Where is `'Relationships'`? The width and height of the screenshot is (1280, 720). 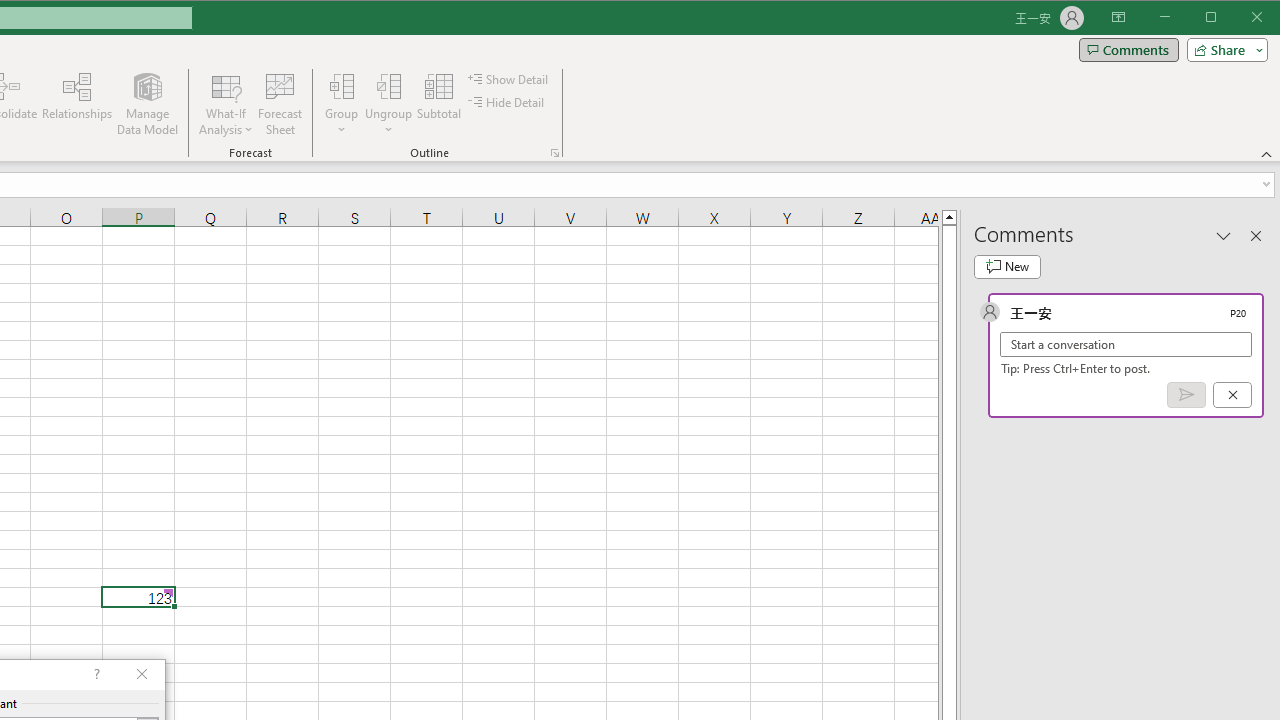 'Relationships' is located at coordinates (77, 104).